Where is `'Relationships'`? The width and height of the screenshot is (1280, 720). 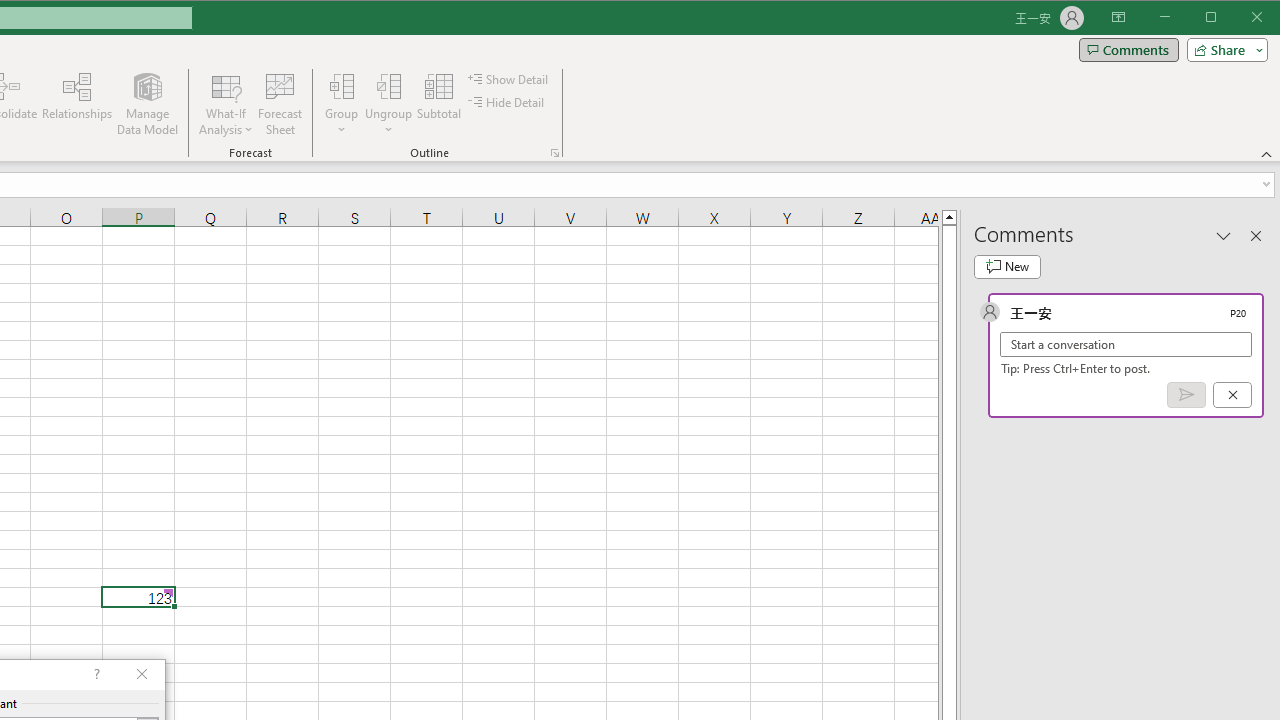 'Relationships' is located at coordinates (77, 104).